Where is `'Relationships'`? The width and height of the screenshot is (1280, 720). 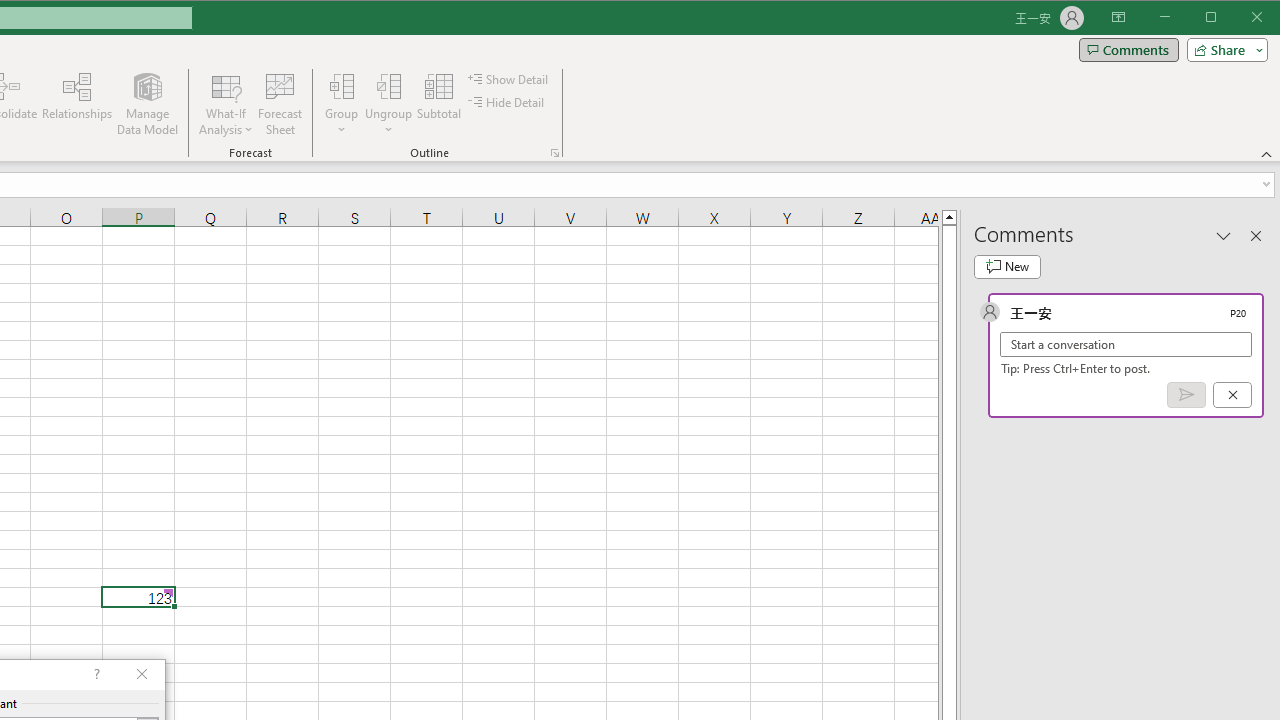 'Relationships' is located at coordinates (77, 104).